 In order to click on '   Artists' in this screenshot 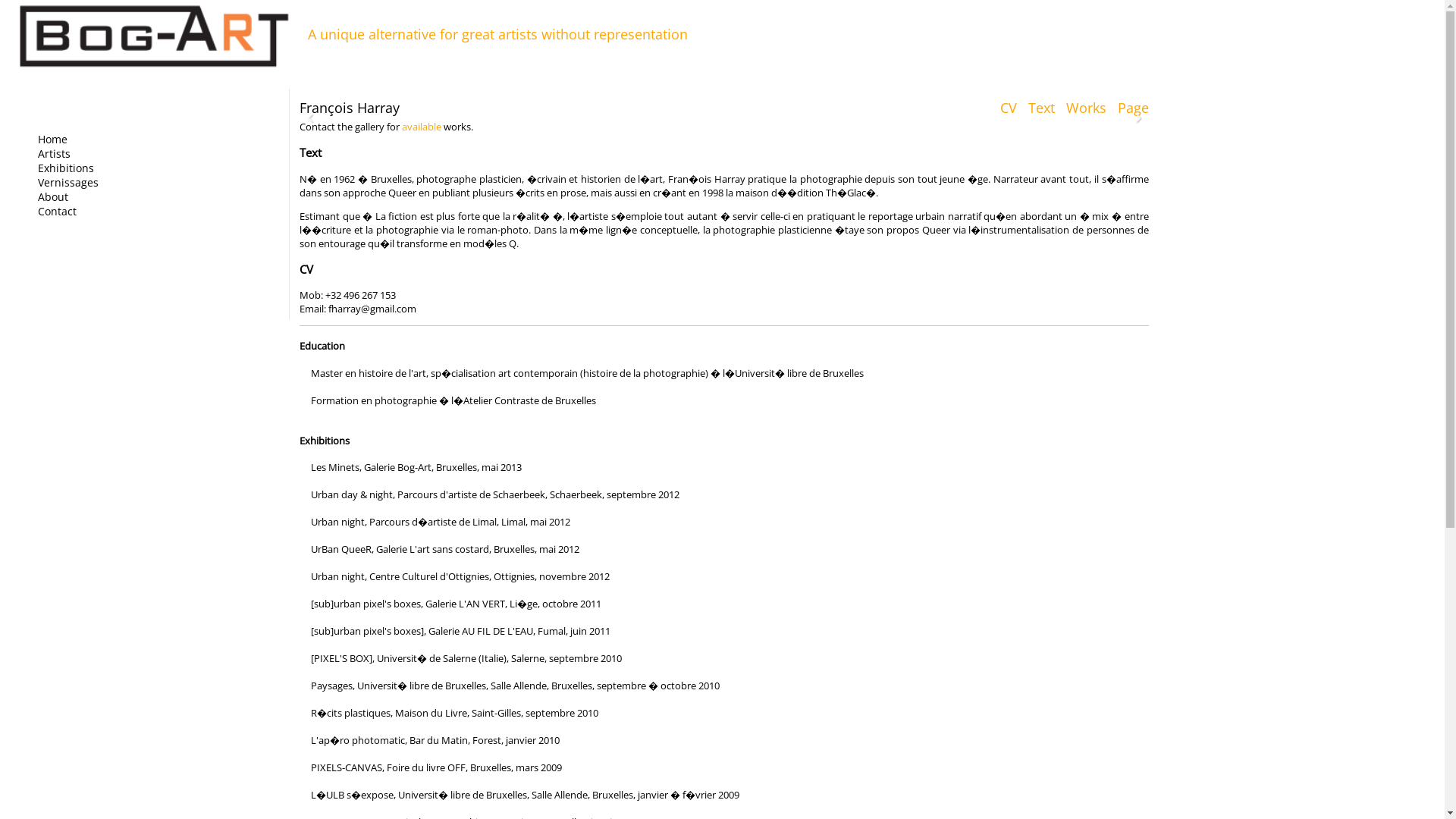, I will do `click(29, 153)`.